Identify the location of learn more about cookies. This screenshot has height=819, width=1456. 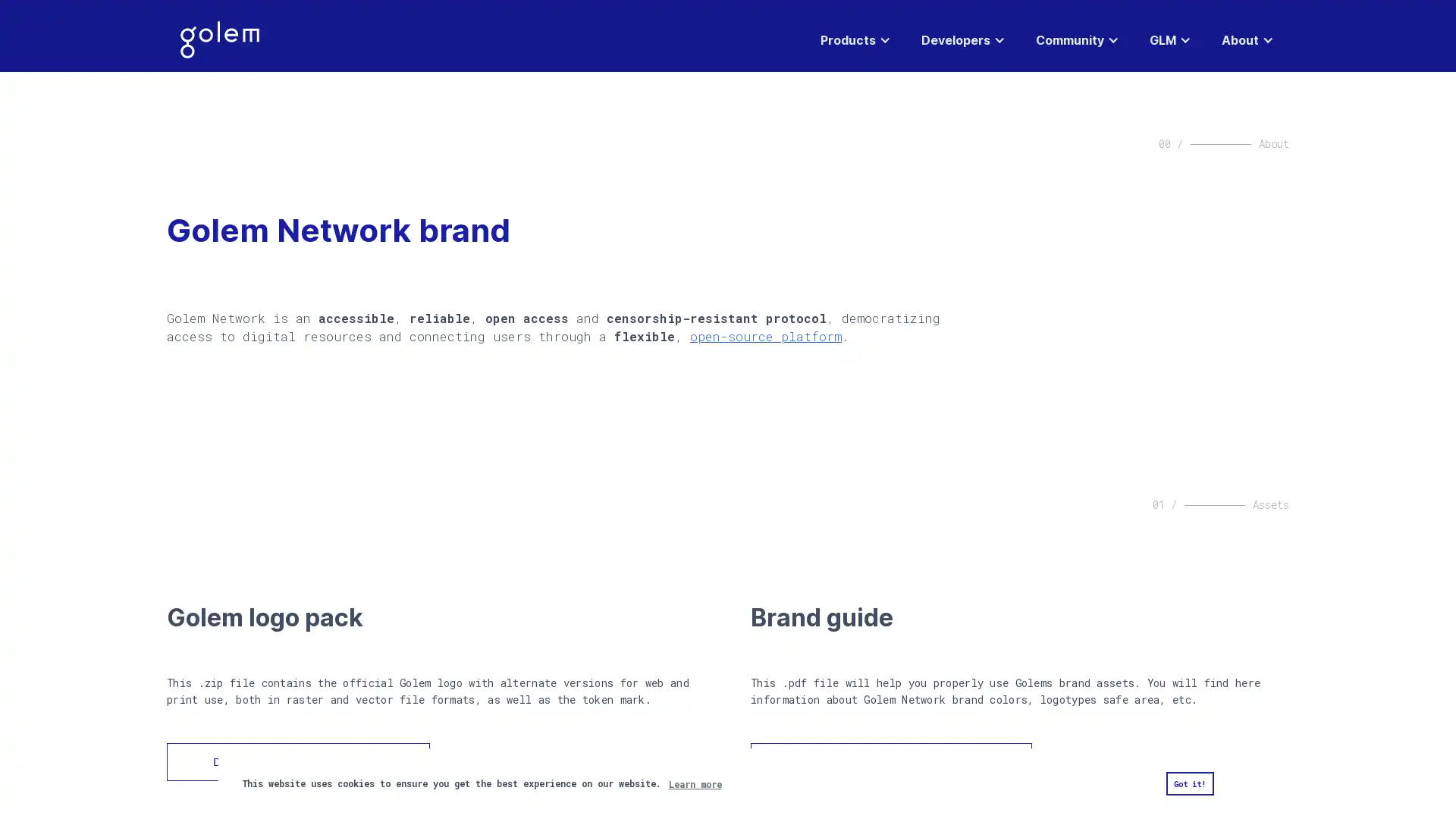
(694, 783).